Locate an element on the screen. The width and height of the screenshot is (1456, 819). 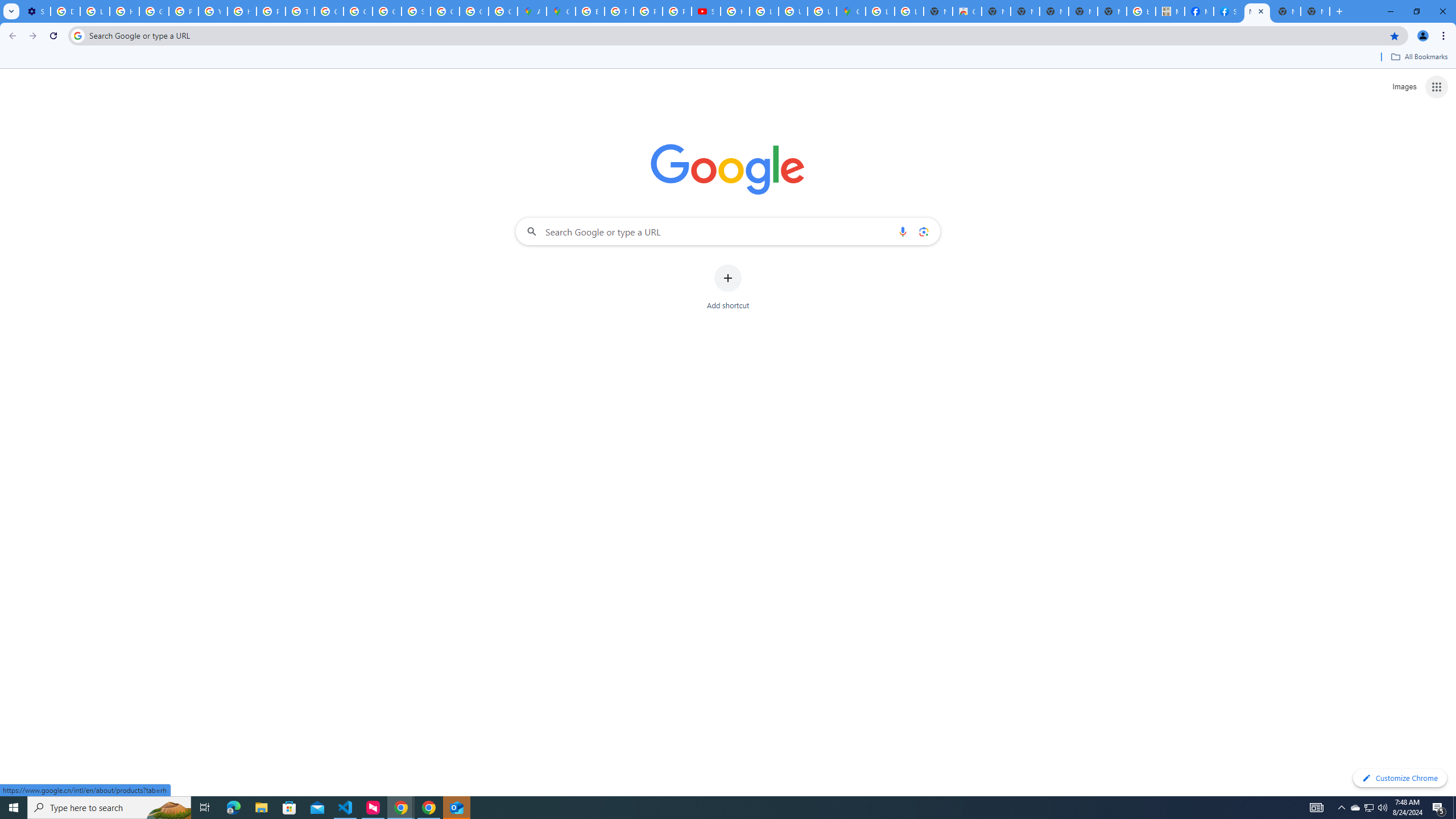
'Chrome Web Store' is located at coordinates (967, 11).